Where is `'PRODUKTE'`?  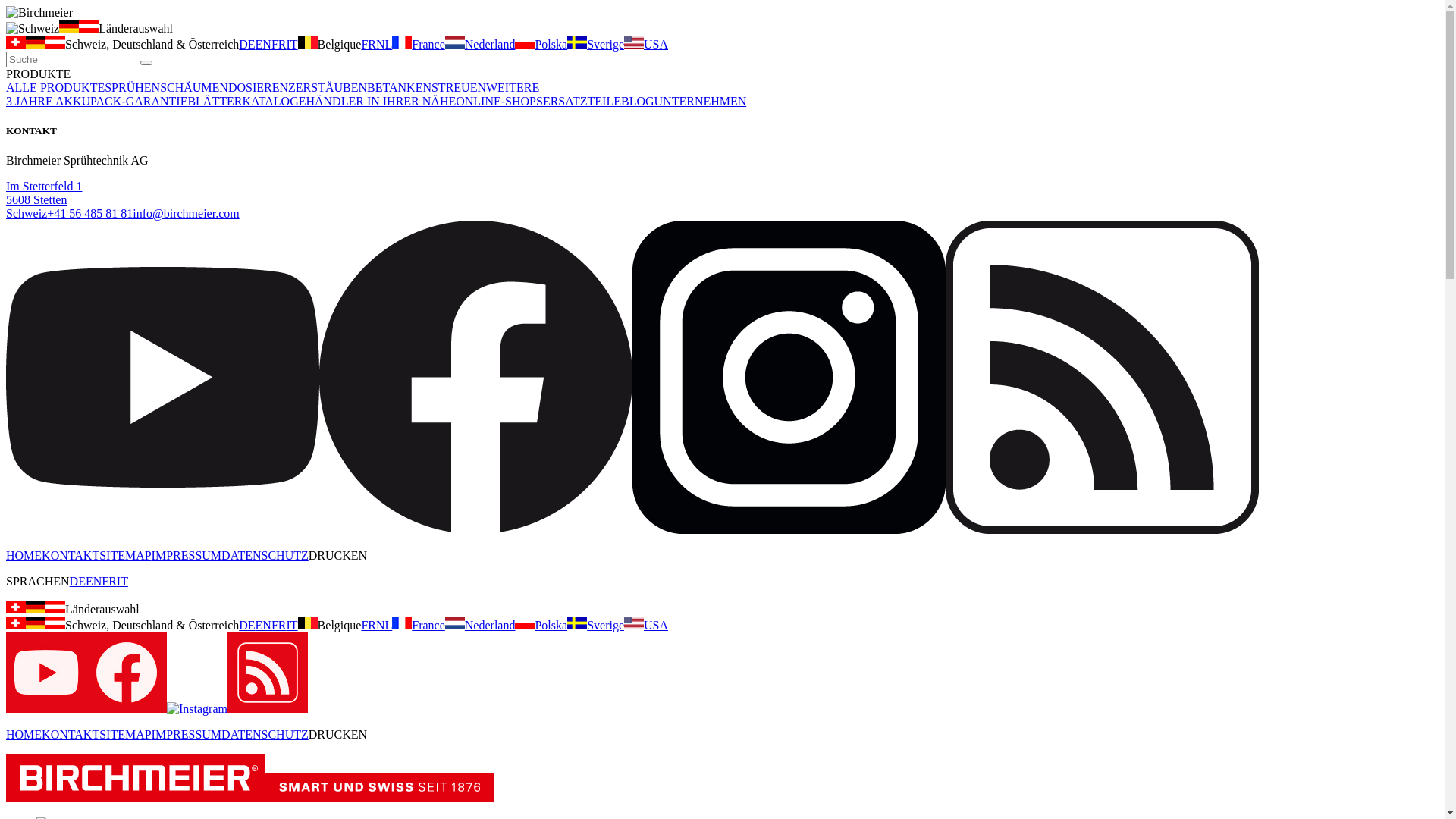 'PRODUKTE' is located at coordinates (38, 74).